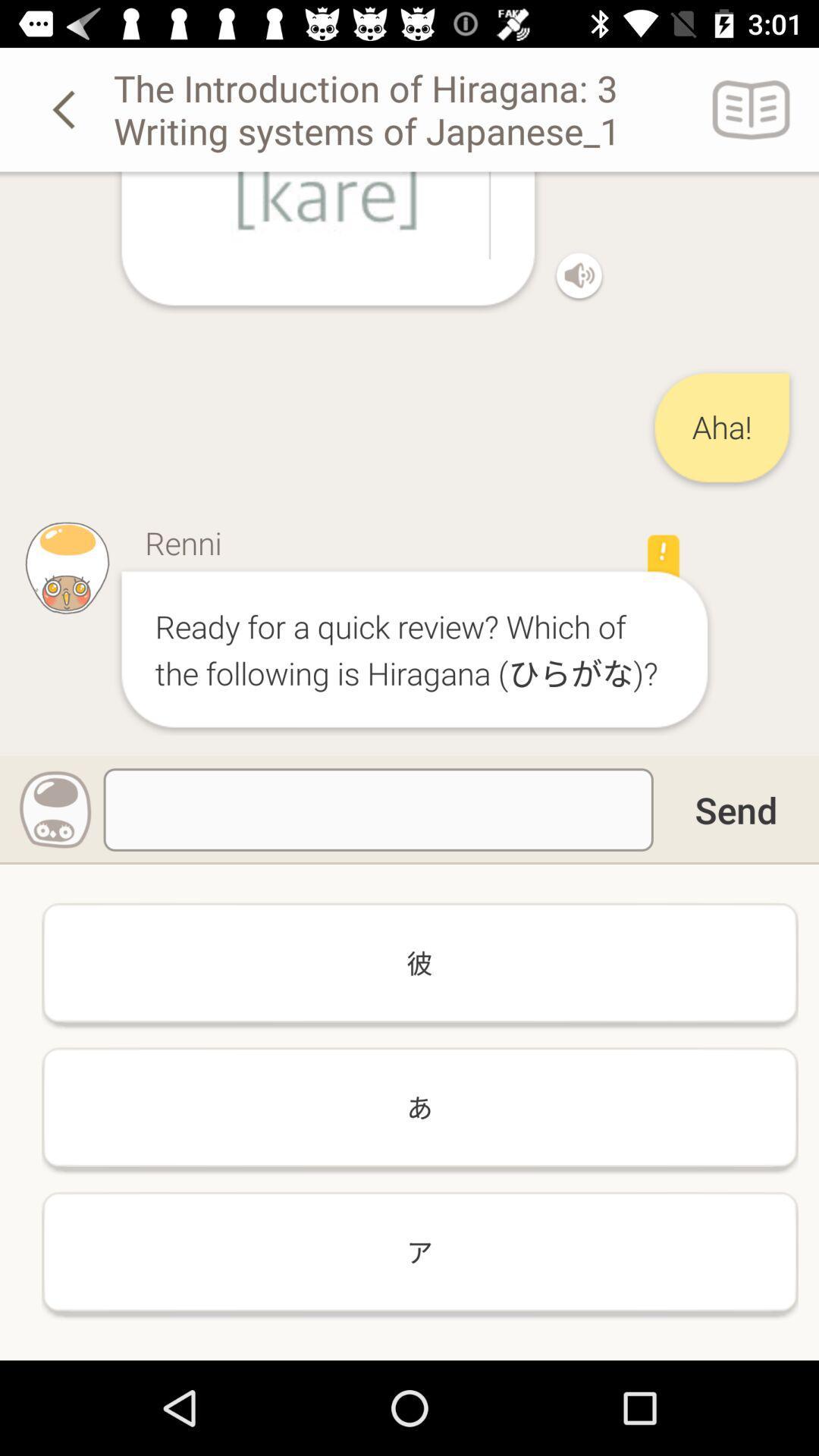 Image resolution: width=819 pixels, height=1456 pixels. Describe the element at coordinates (663, 557) in the screenshot. I see `the icon right to the text renni` at that location.